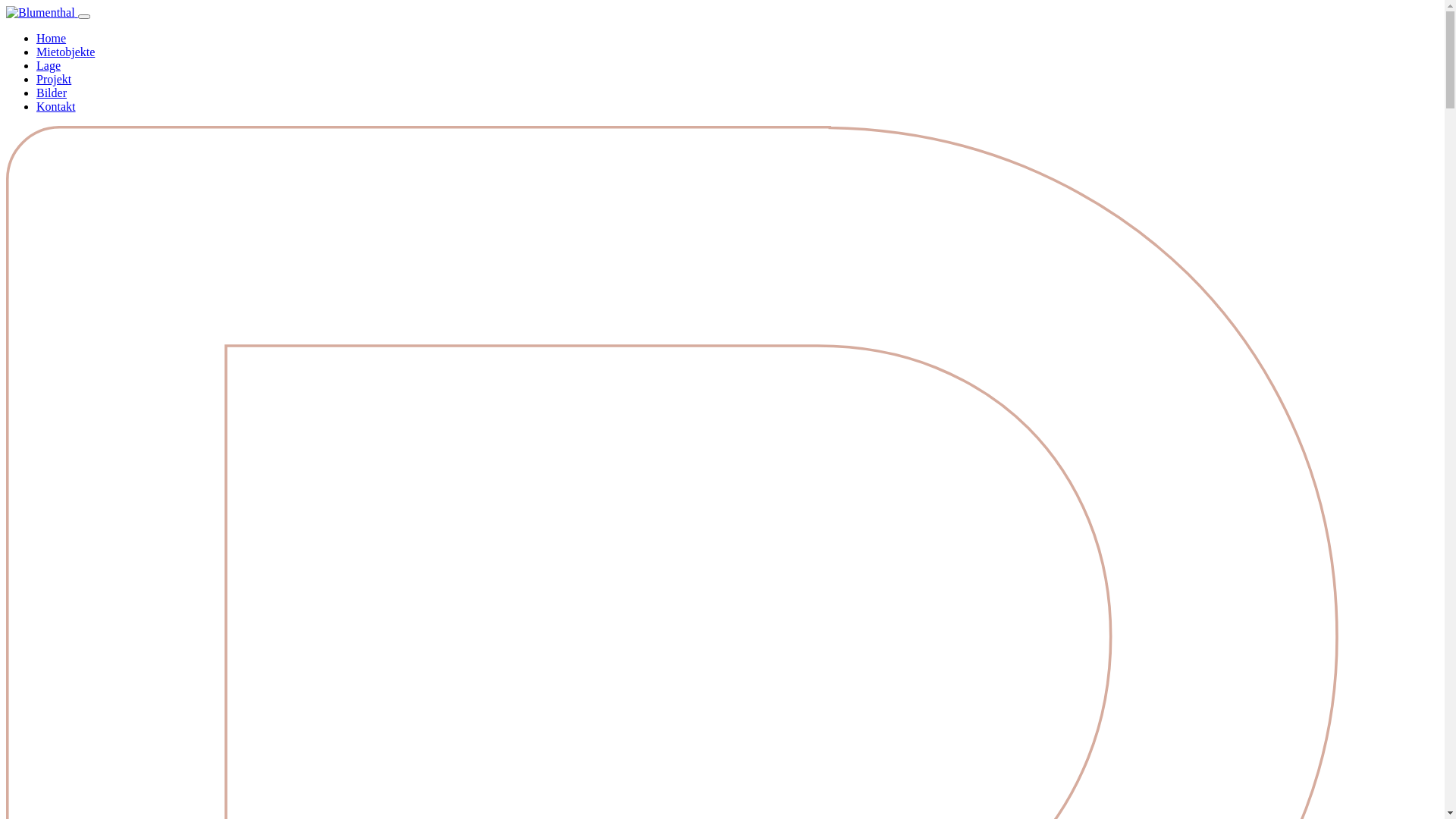 This screenshot has width=1456, height=819. I want to click on 'Projekt', so click(54, 79).